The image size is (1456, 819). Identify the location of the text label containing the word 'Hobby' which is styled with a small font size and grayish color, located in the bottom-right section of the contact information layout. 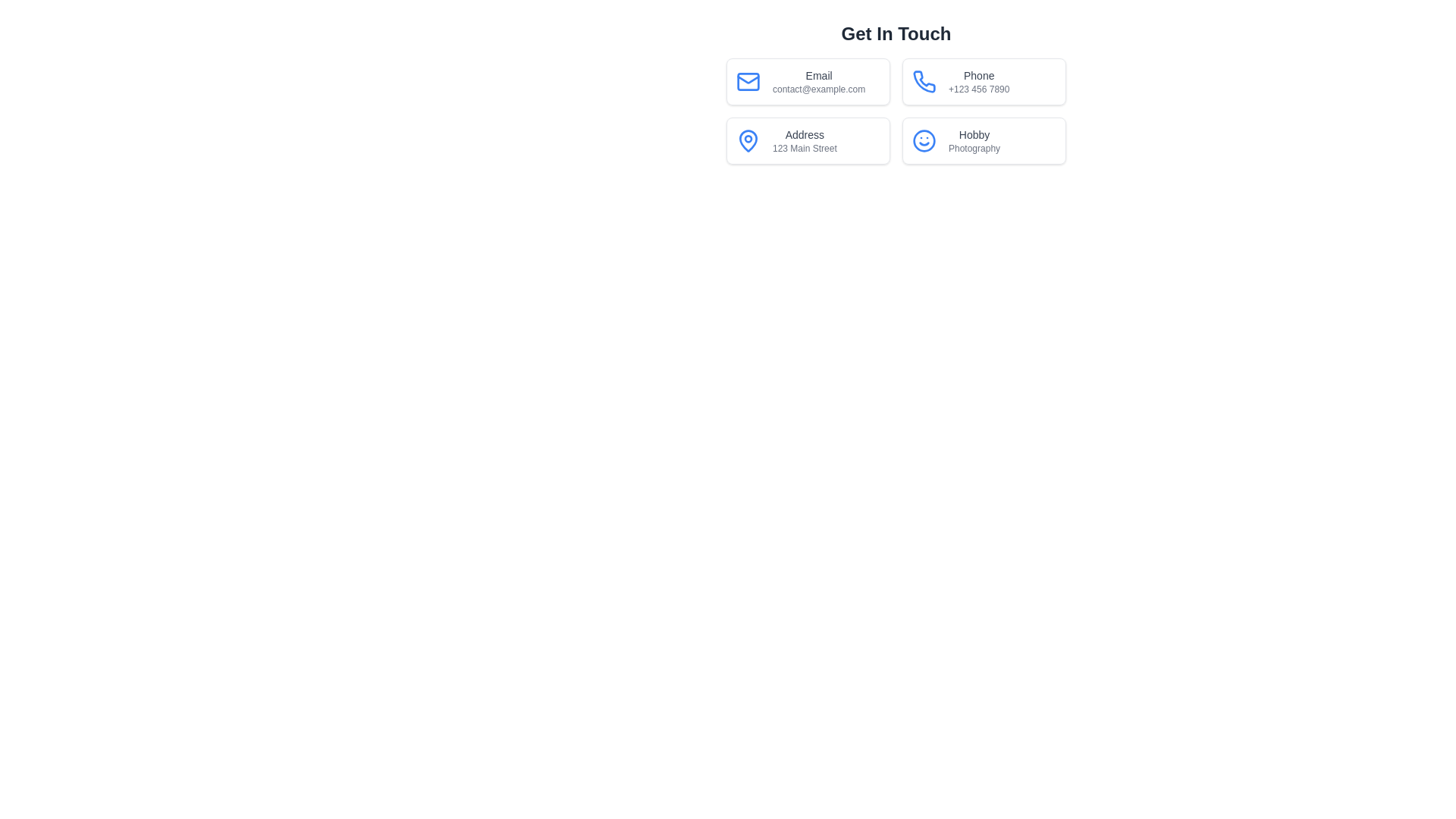
(974, 133).